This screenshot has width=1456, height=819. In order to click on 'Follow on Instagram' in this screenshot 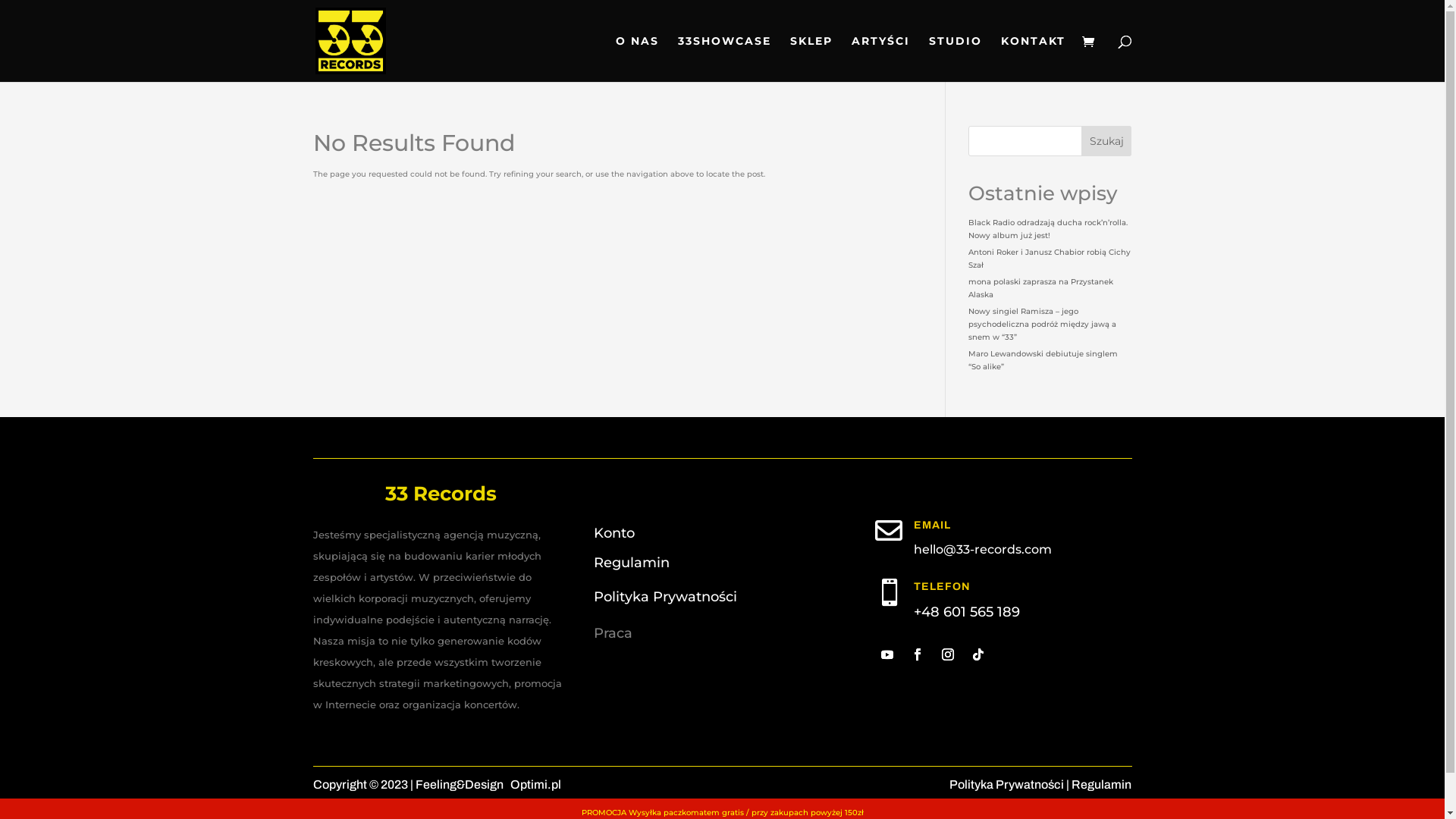, I will do `click(946, 654)`.